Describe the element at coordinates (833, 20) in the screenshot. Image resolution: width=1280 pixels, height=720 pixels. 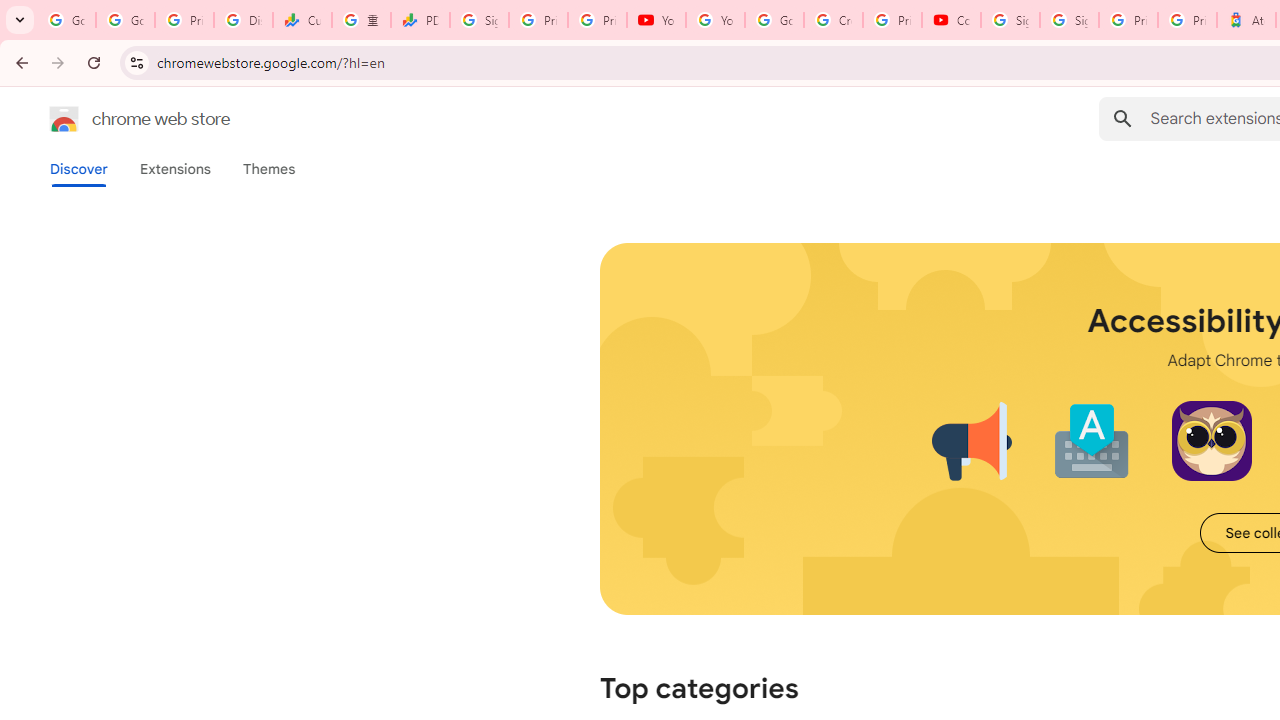
I see `'Create your Google Account'` at that location.